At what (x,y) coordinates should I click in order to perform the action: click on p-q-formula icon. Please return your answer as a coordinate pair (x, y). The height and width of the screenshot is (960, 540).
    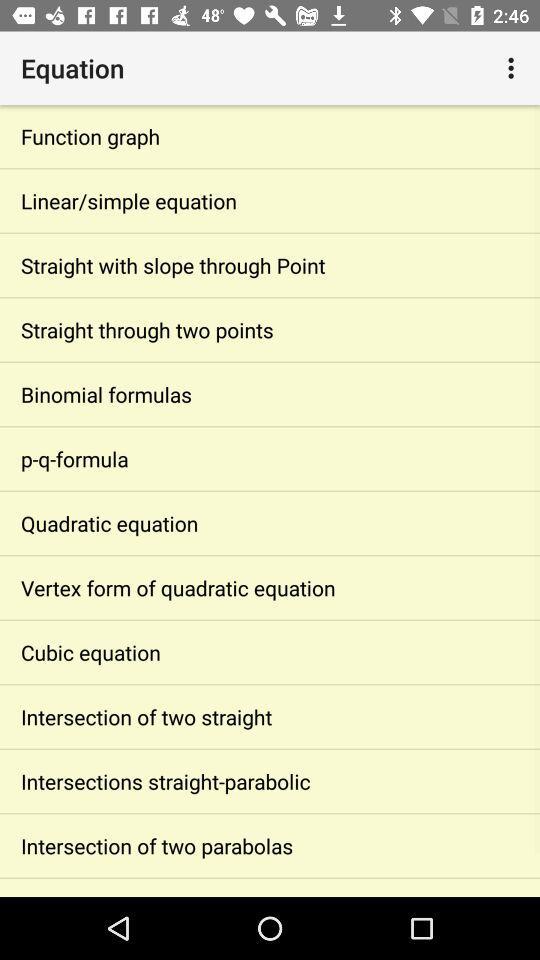
    Looking at the image, I should click on (270, 458).